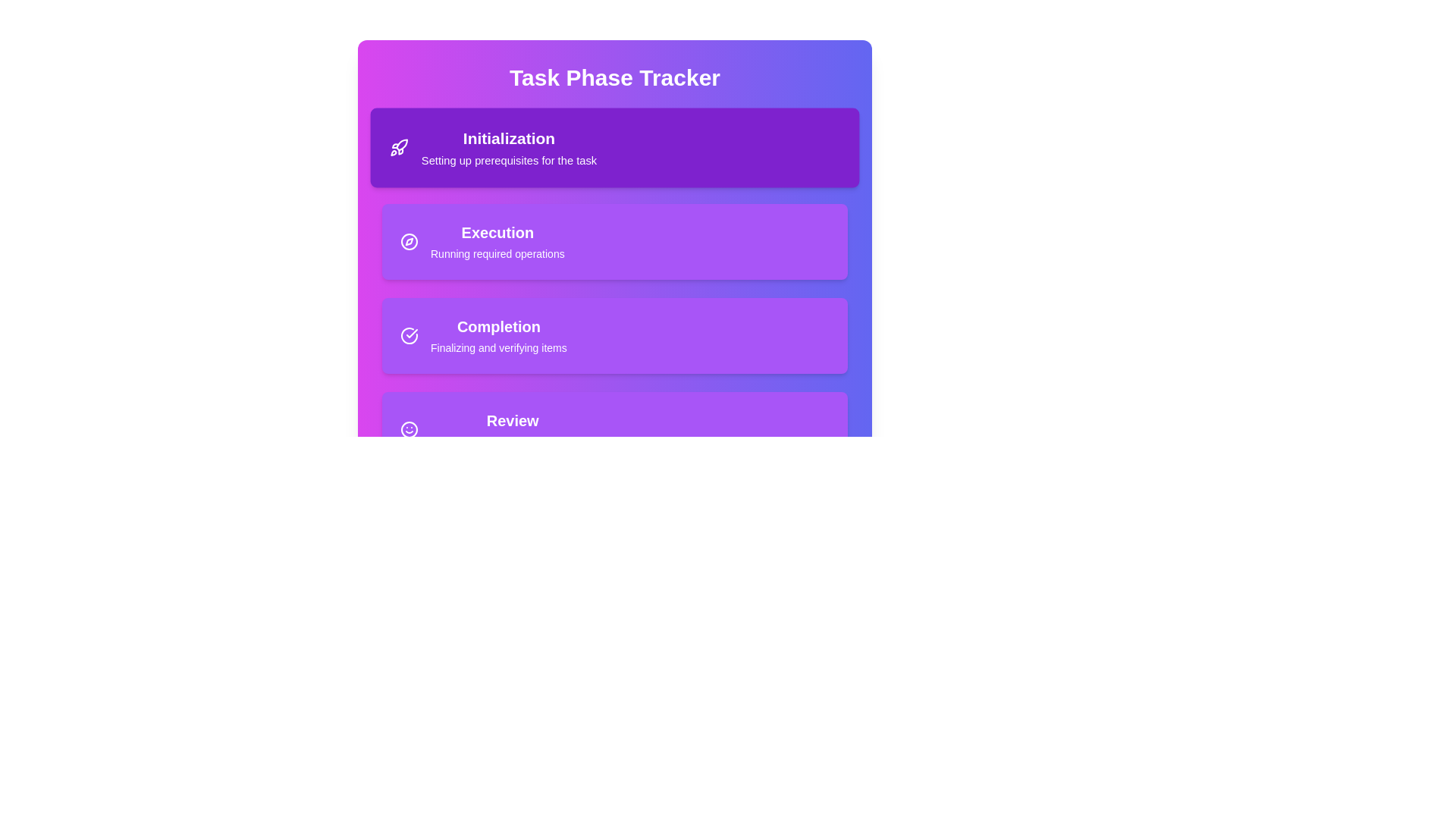  Describe the element at coordinates (497, 241) in the screenshot. I see `the Text Label element that displays 'Execution' in bold and 'Running required operations' in a smaller font, part of a purple card in the task tracker` at that location.